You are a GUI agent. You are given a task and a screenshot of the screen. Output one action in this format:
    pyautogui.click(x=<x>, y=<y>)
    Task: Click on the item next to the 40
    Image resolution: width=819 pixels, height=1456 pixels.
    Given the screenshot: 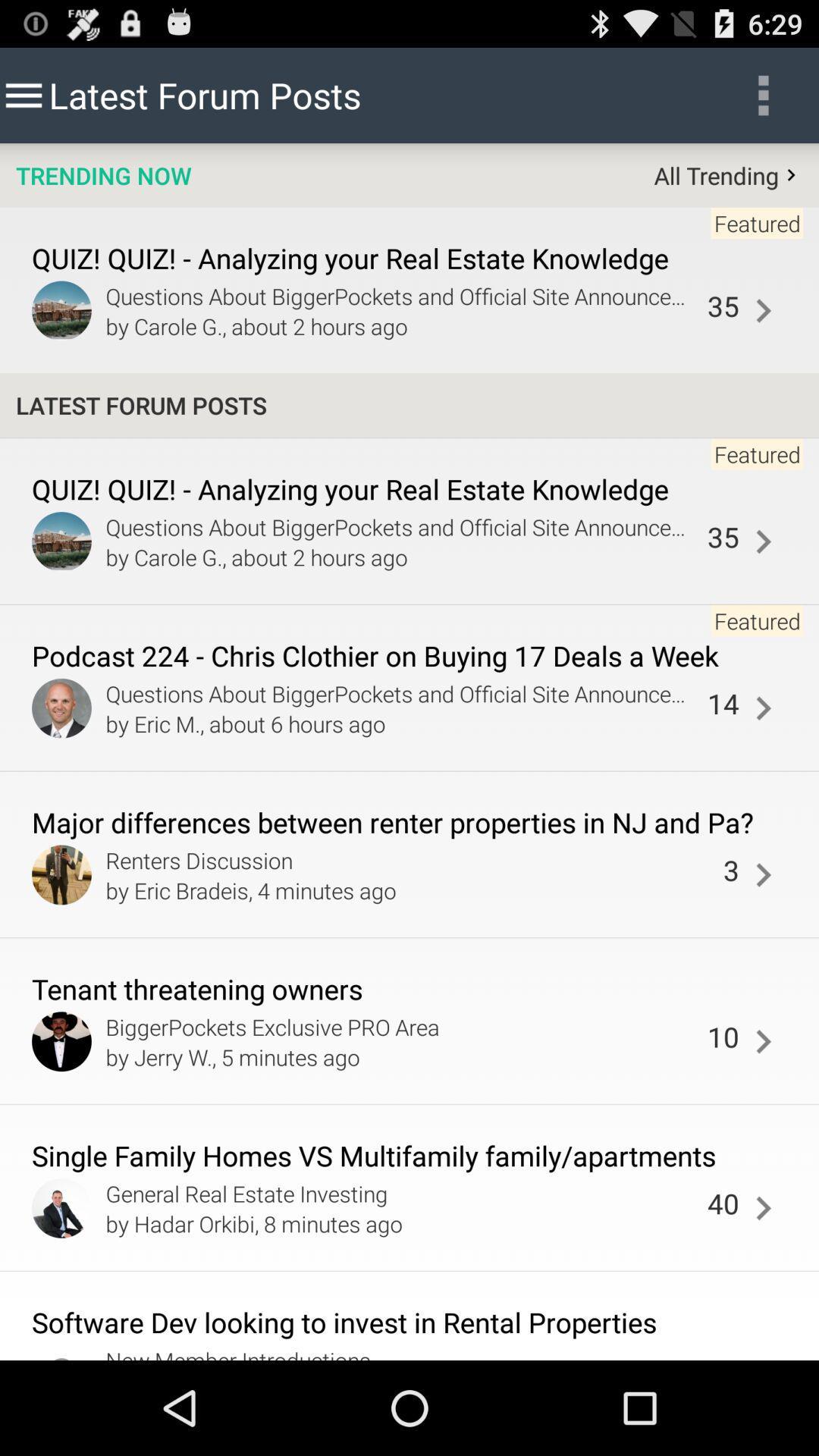 What is the action you would take?
    pyautogui.click(x=402, y=1223)
    